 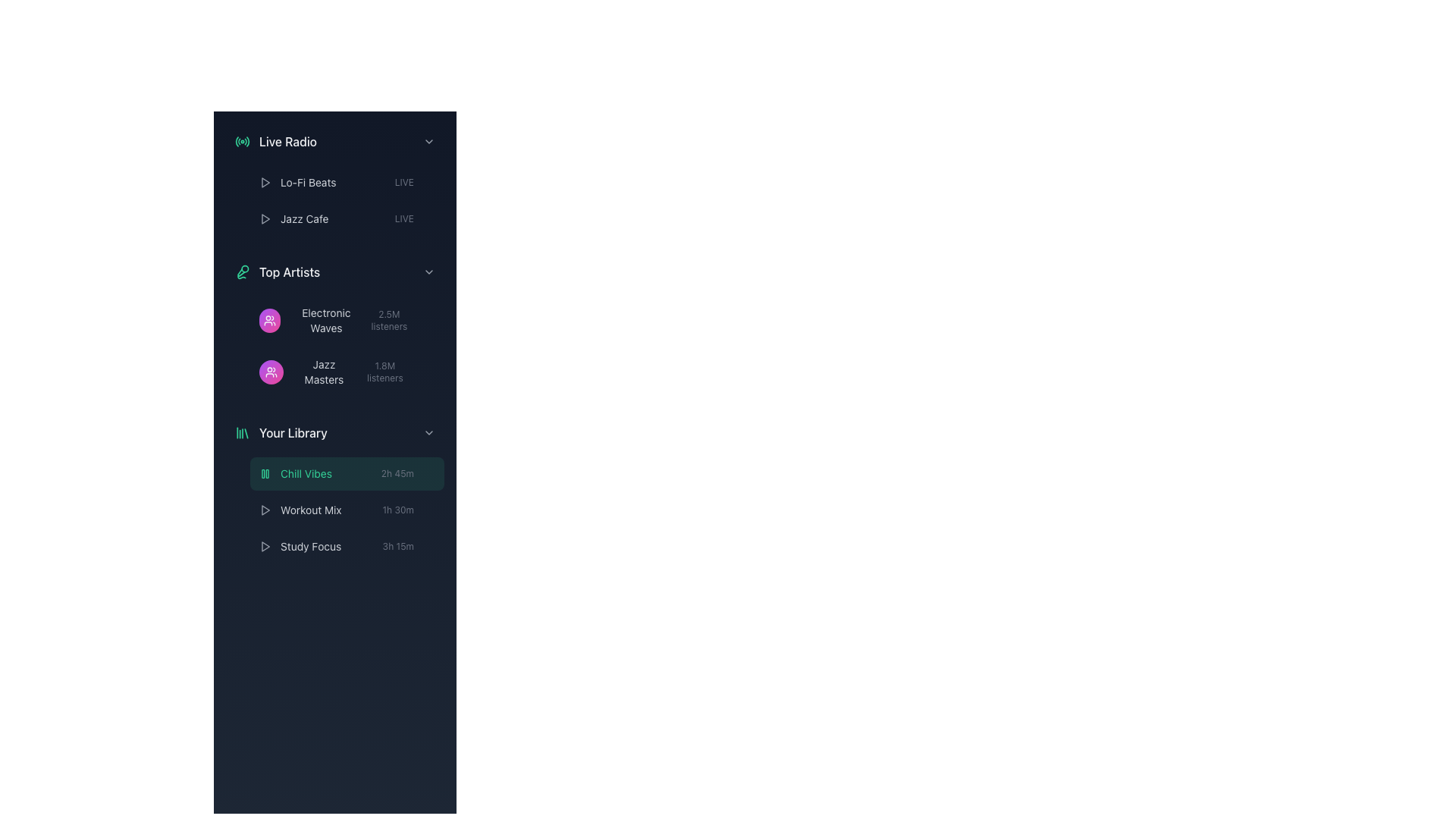 I want to click on the 'Top Artists' button, which features a green microphone icon and is located below the 'Live Radio' section, so click(x=277, y=271).